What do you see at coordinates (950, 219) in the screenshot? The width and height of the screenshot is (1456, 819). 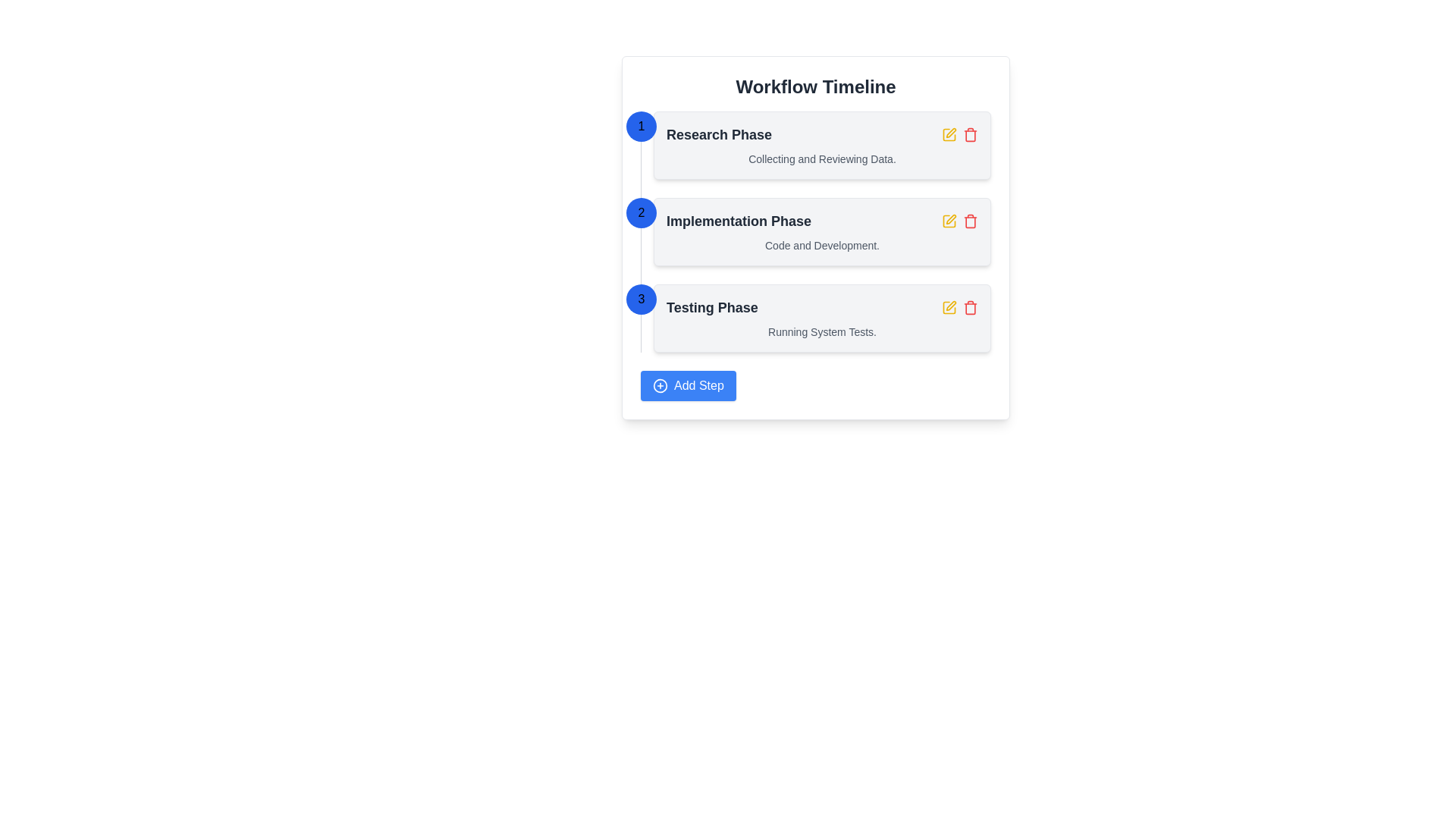 I see `the editing icon button located at the top-right corner of the task labeled 'Implementation Phase'` at bounding box center [950, 219].